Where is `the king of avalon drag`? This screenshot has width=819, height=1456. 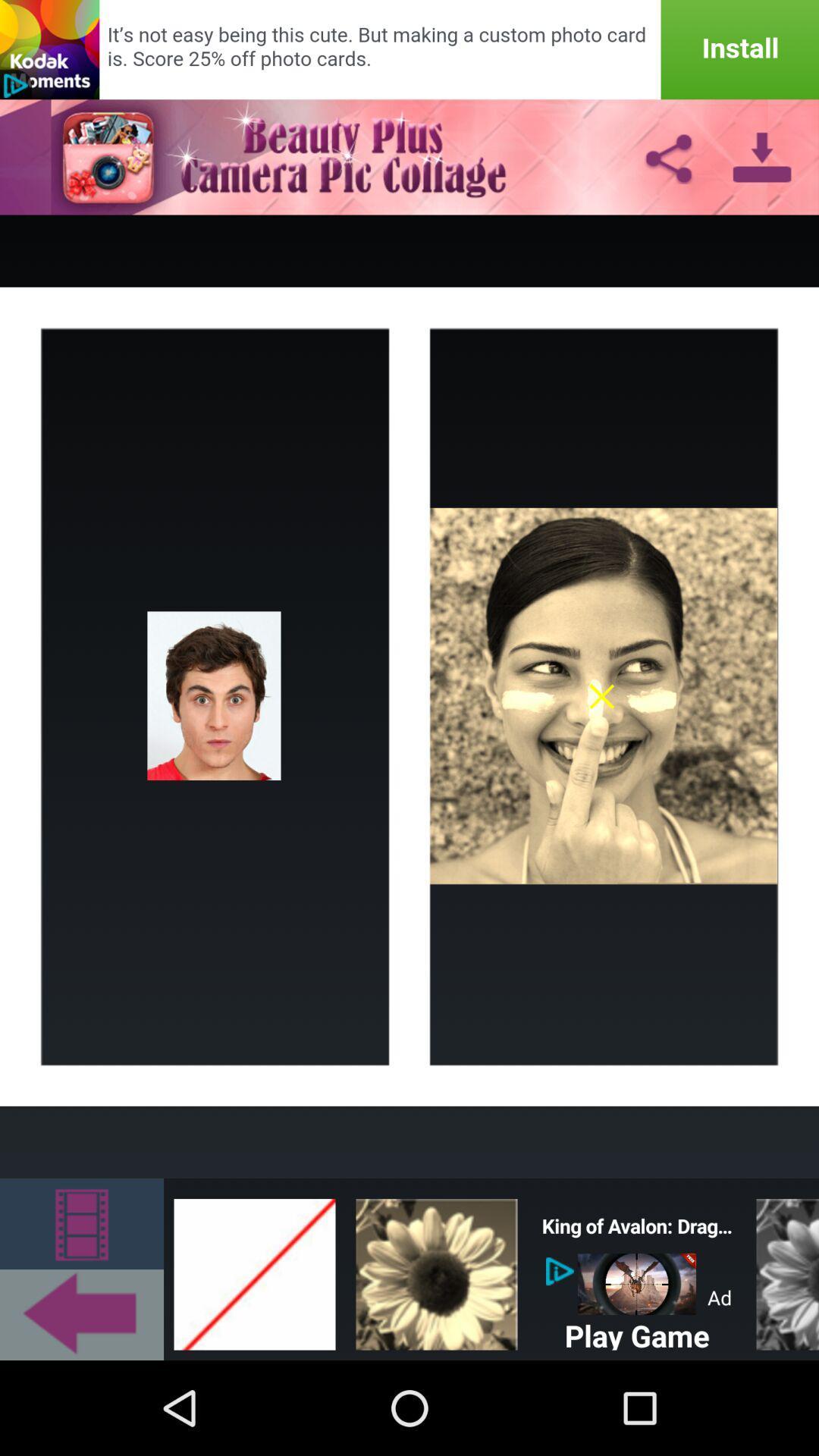
the king of avalon drag is located at coordinates (637, 1226).